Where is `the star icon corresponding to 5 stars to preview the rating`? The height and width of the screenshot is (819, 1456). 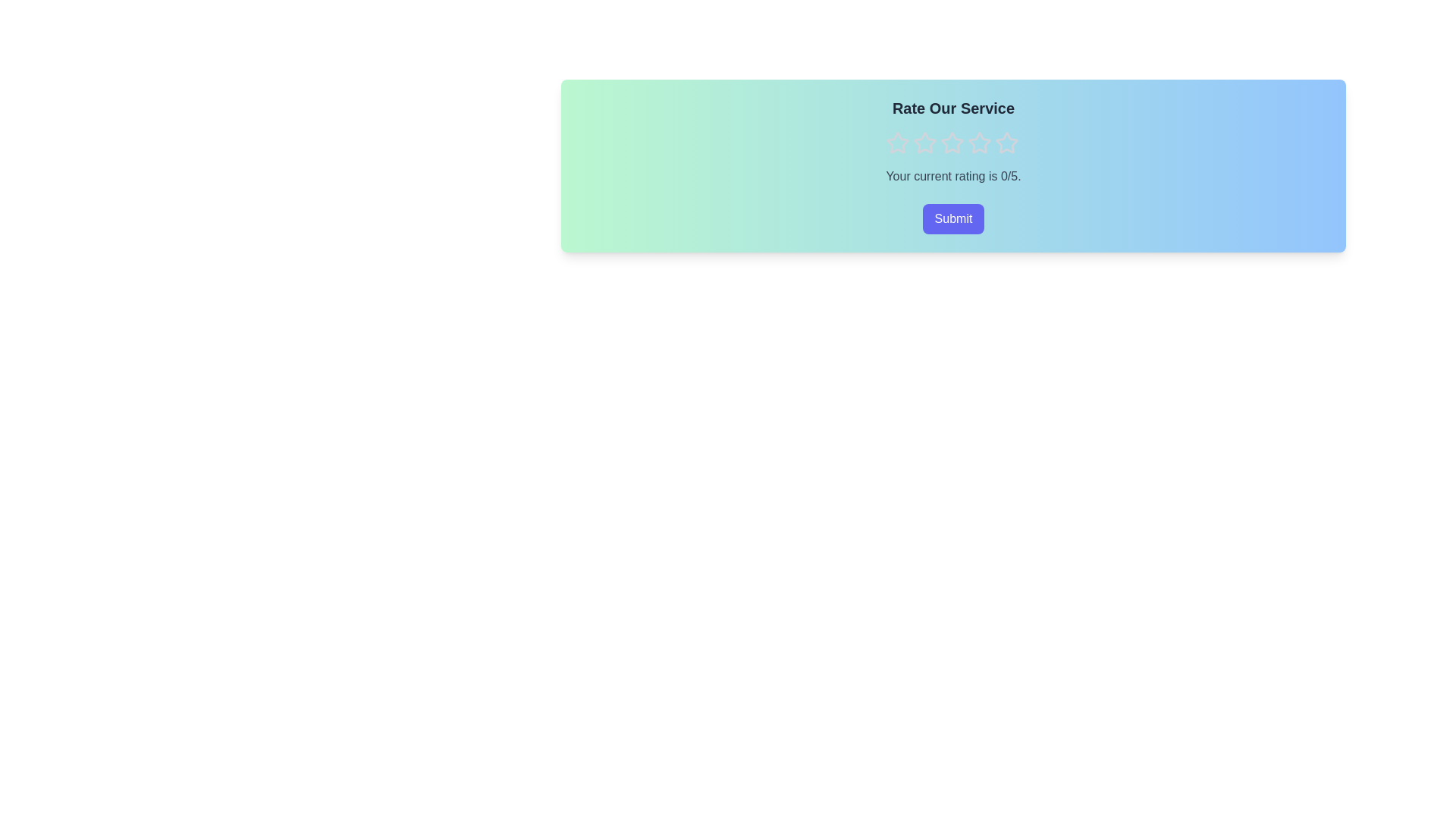
the star icon corresponding to 5 stars to preview the rating is located at coordinates (1006, 143).